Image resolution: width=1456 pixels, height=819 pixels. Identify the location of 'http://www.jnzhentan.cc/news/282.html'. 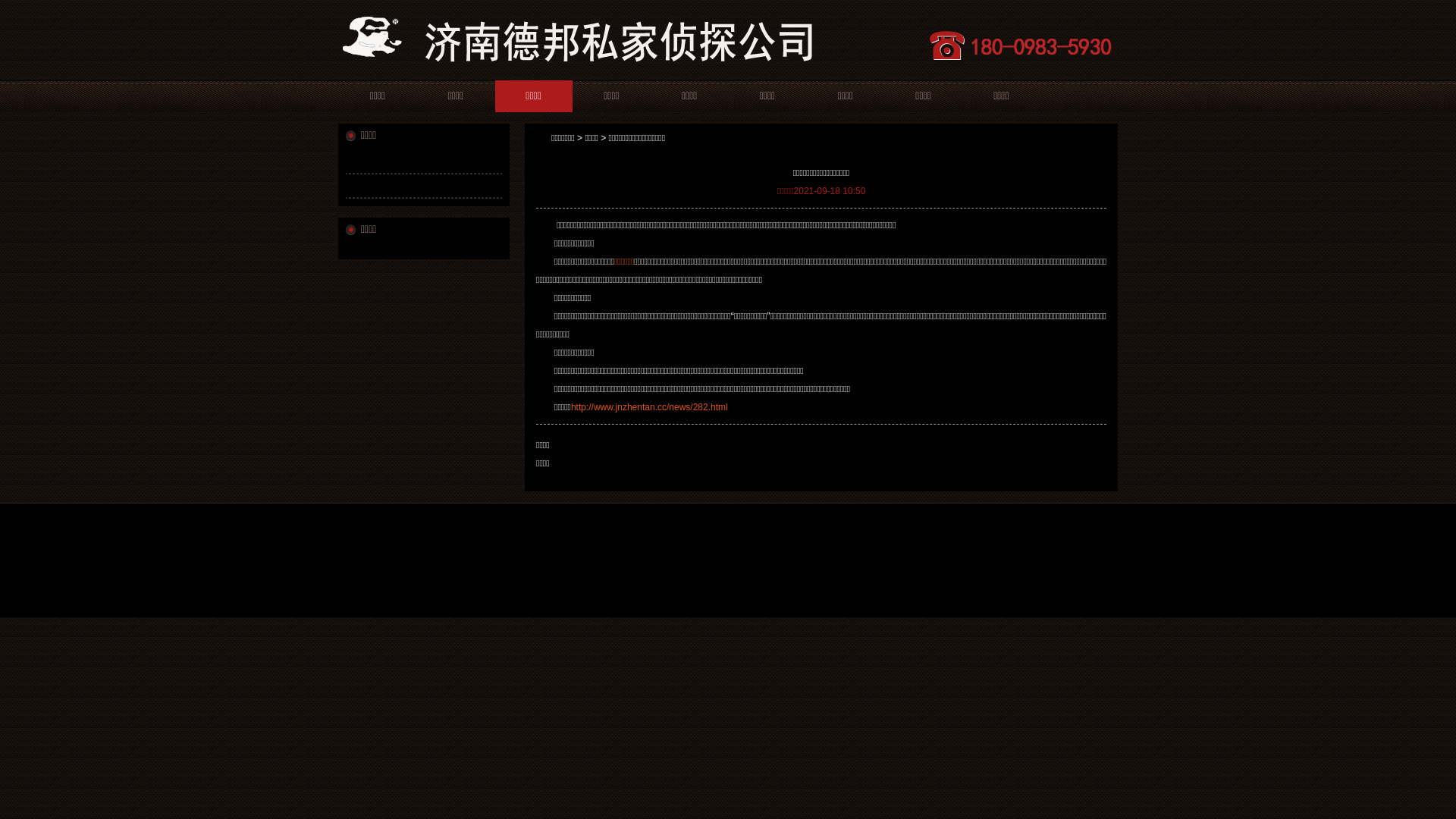
(570, 406).